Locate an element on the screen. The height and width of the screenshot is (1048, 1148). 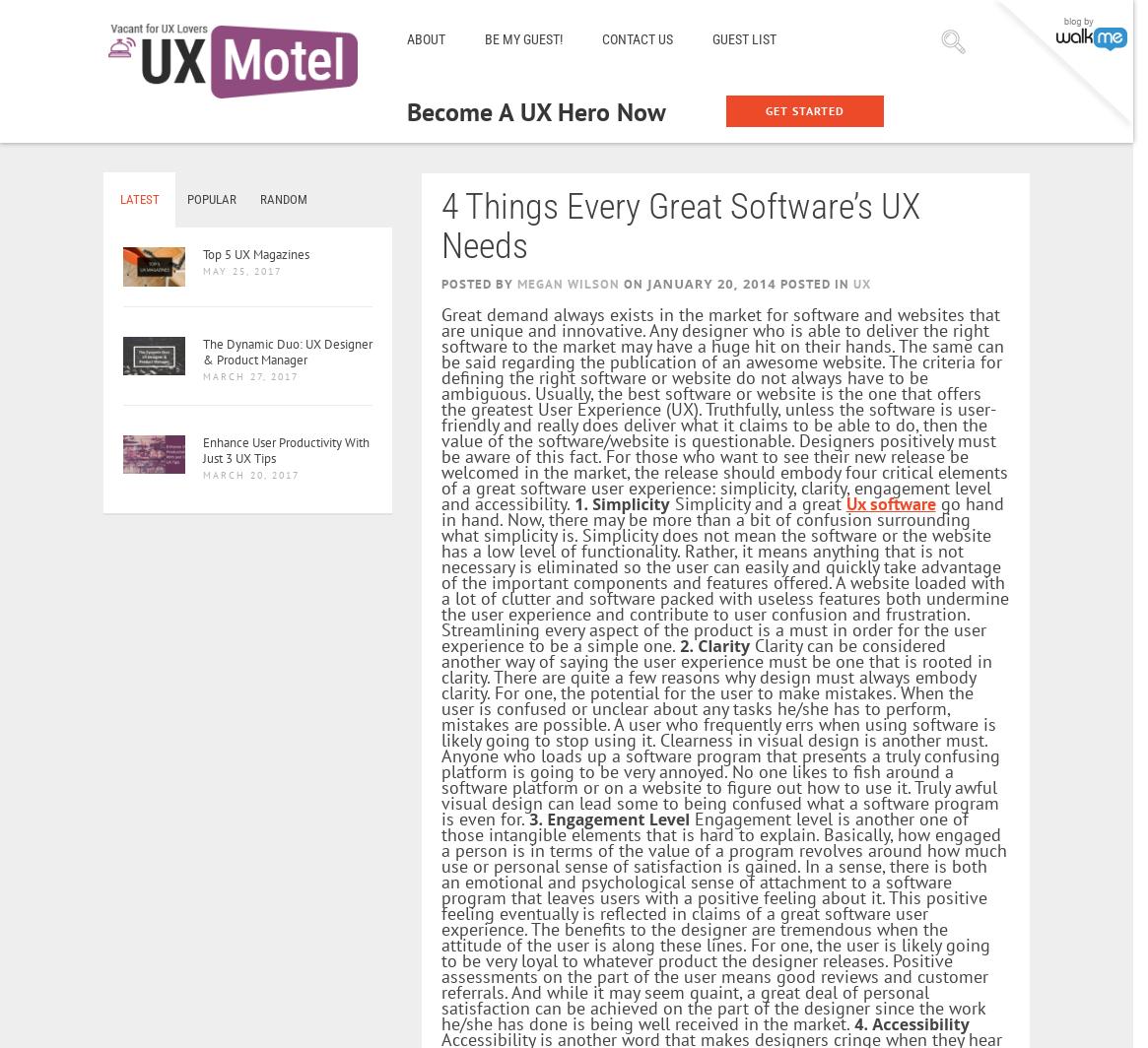
'Become a UX Hero Now' is located at coordinates (536, 111).